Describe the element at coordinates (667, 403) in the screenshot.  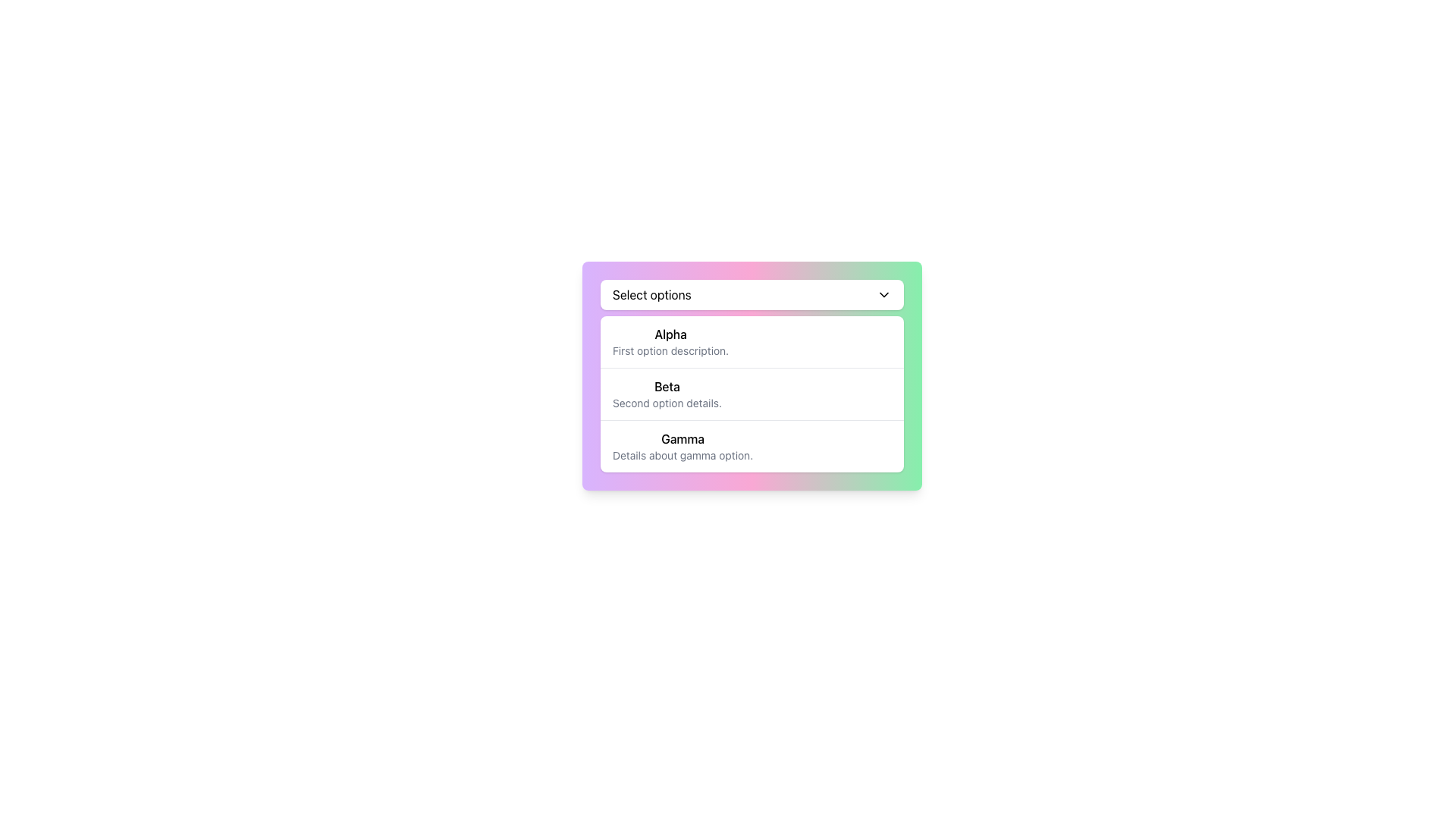
I see `the static text element displaying 'Second option details.' which is located directly beneath the title 'Beta' in the dropdown menu` at that location.